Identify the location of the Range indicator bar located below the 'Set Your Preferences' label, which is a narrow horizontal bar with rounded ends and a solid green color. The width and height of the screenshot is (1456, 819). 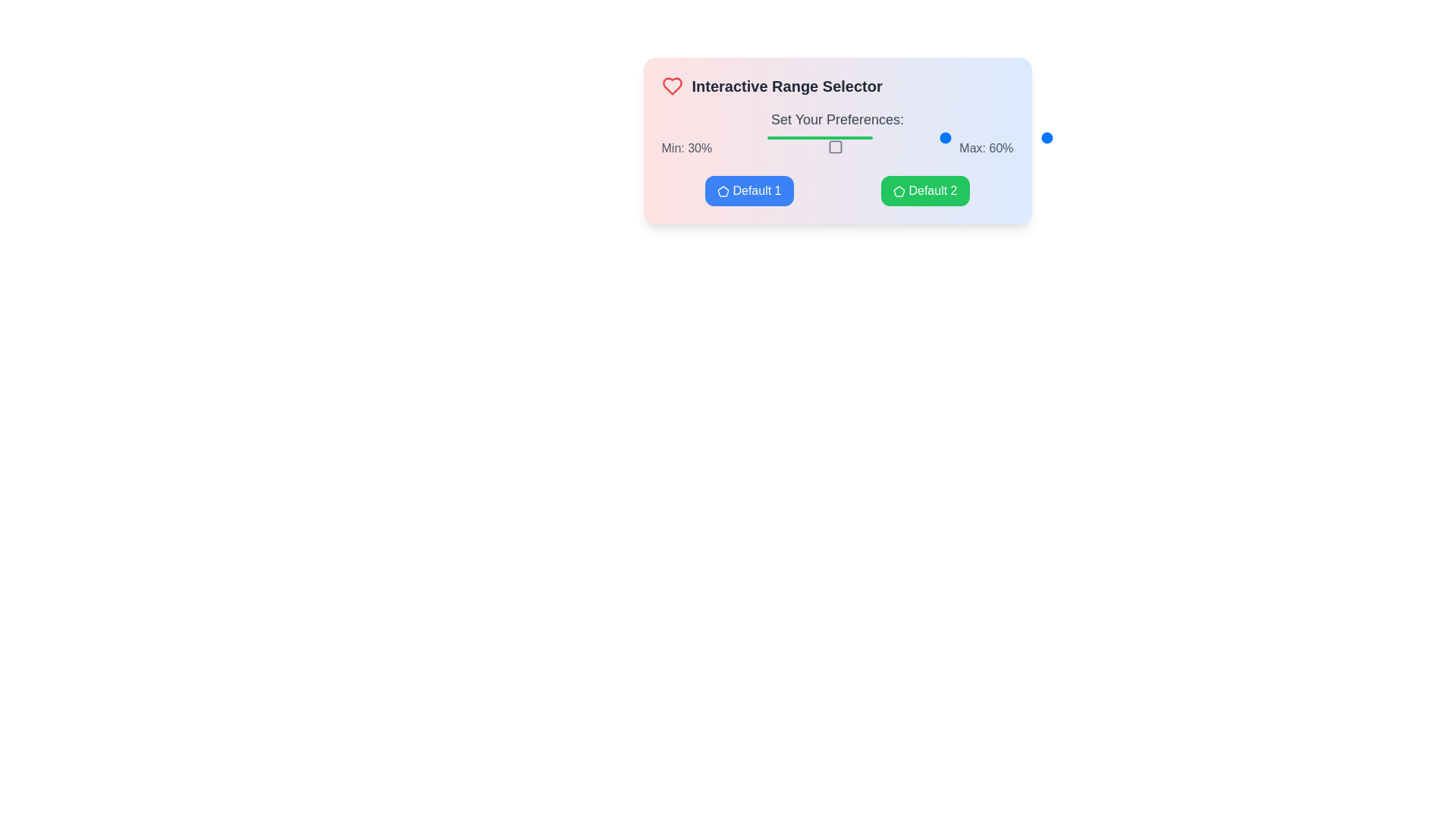
(819, 137).